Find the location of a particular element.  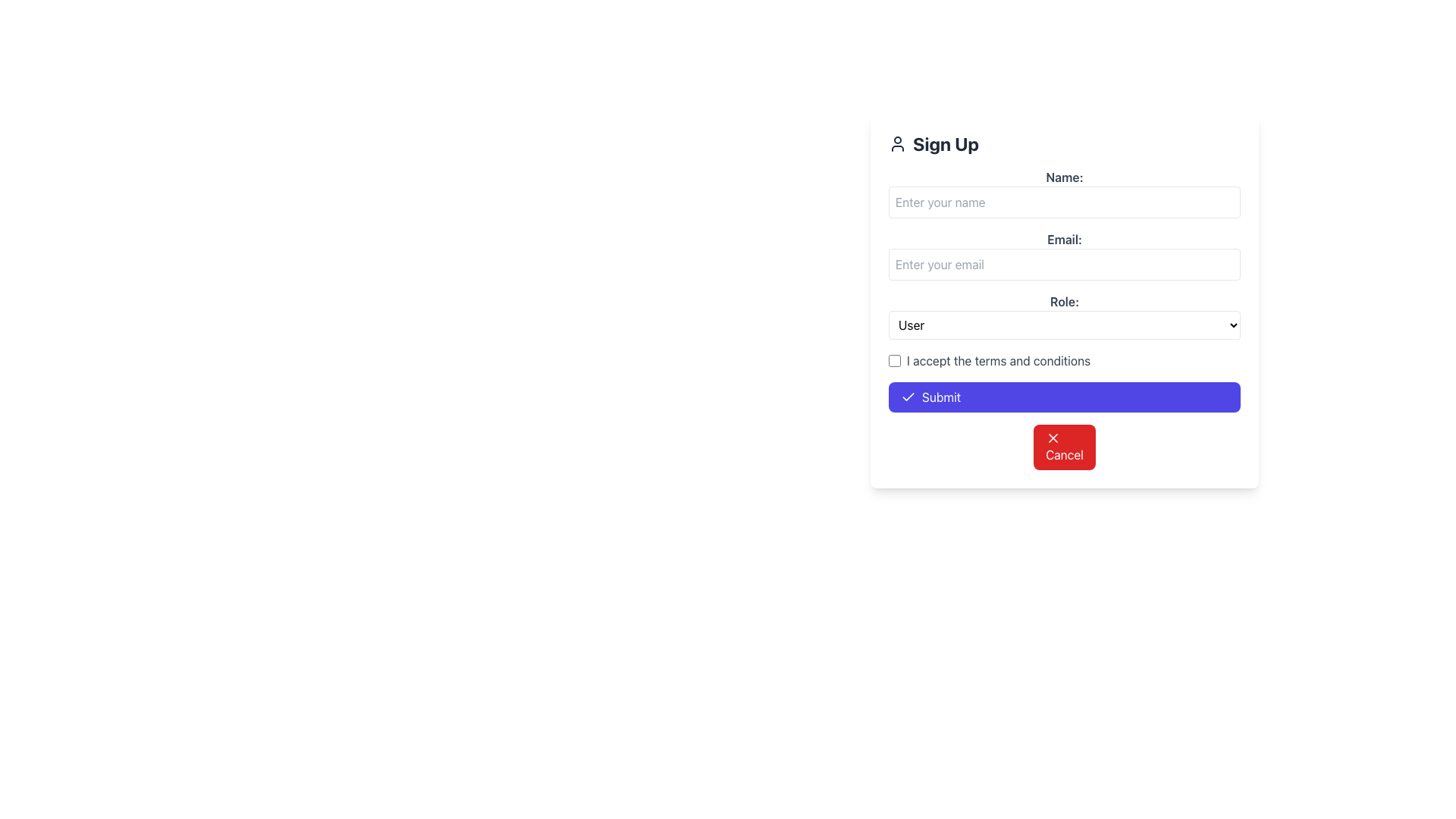

the text label stating 'I accept the terms and conditions', which is styled in gray and positioned near the bottom of the form, adjacent to a checkbox is located at coordinates (999, 360).